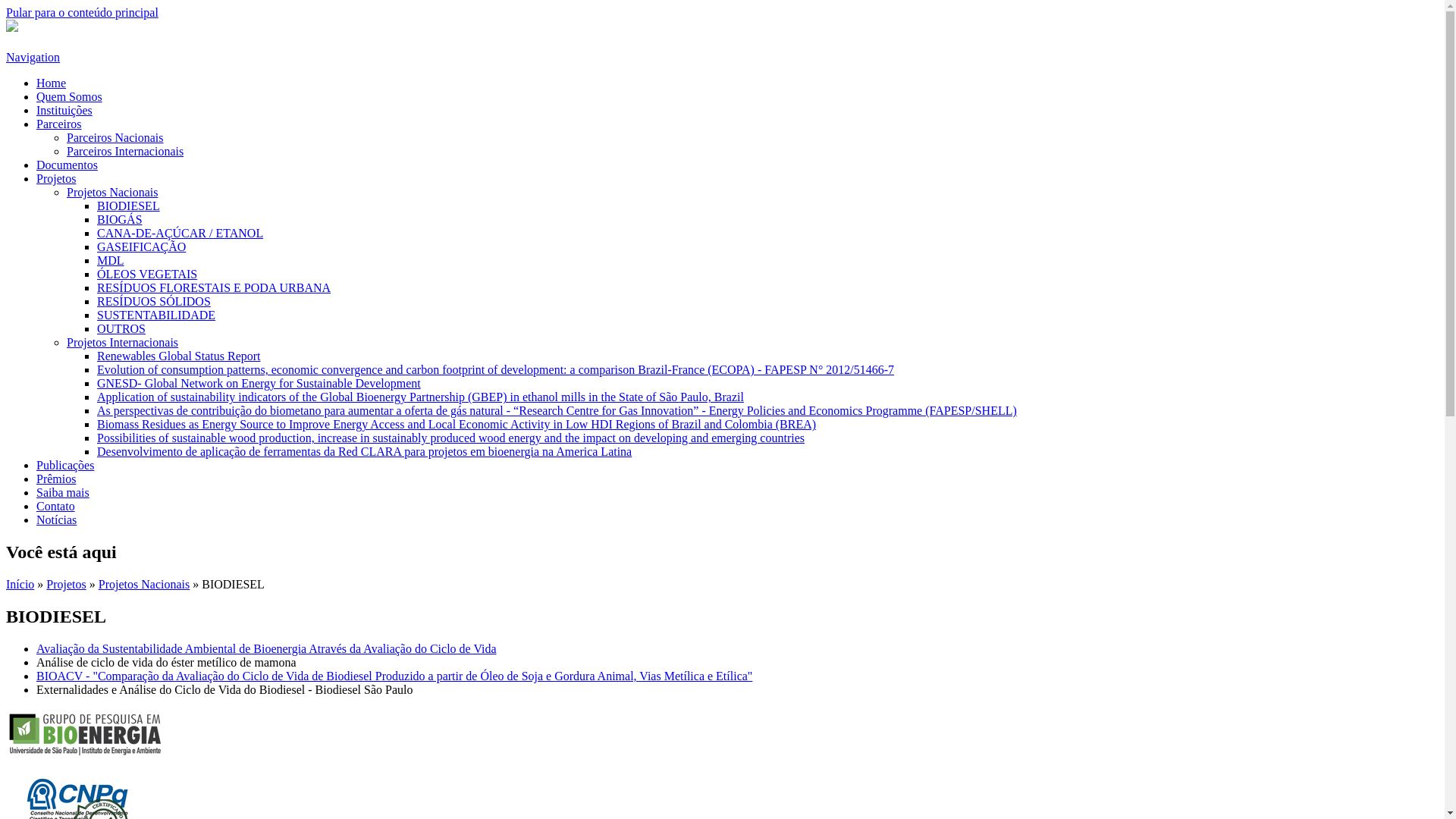  I want to click on 'Renewables Global Status Report', so click(96, 356).